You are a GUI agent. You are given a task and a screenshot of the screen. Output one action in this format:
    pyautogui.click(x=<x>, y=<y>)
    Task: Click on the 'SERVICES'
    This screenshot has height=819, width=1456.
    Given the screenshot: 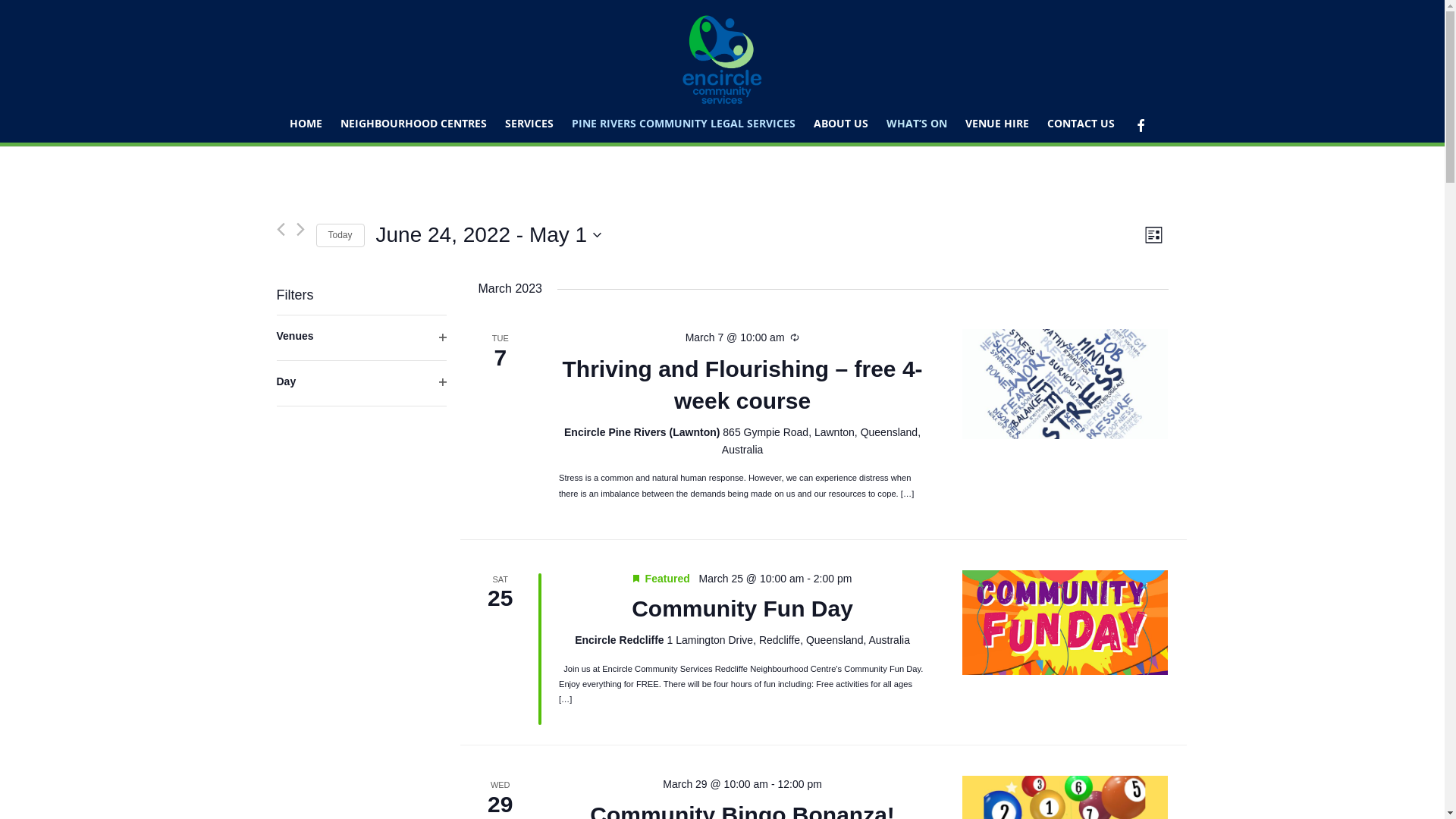 What is the action you would take?
    pyautogui.click(x=529, y=122)
    